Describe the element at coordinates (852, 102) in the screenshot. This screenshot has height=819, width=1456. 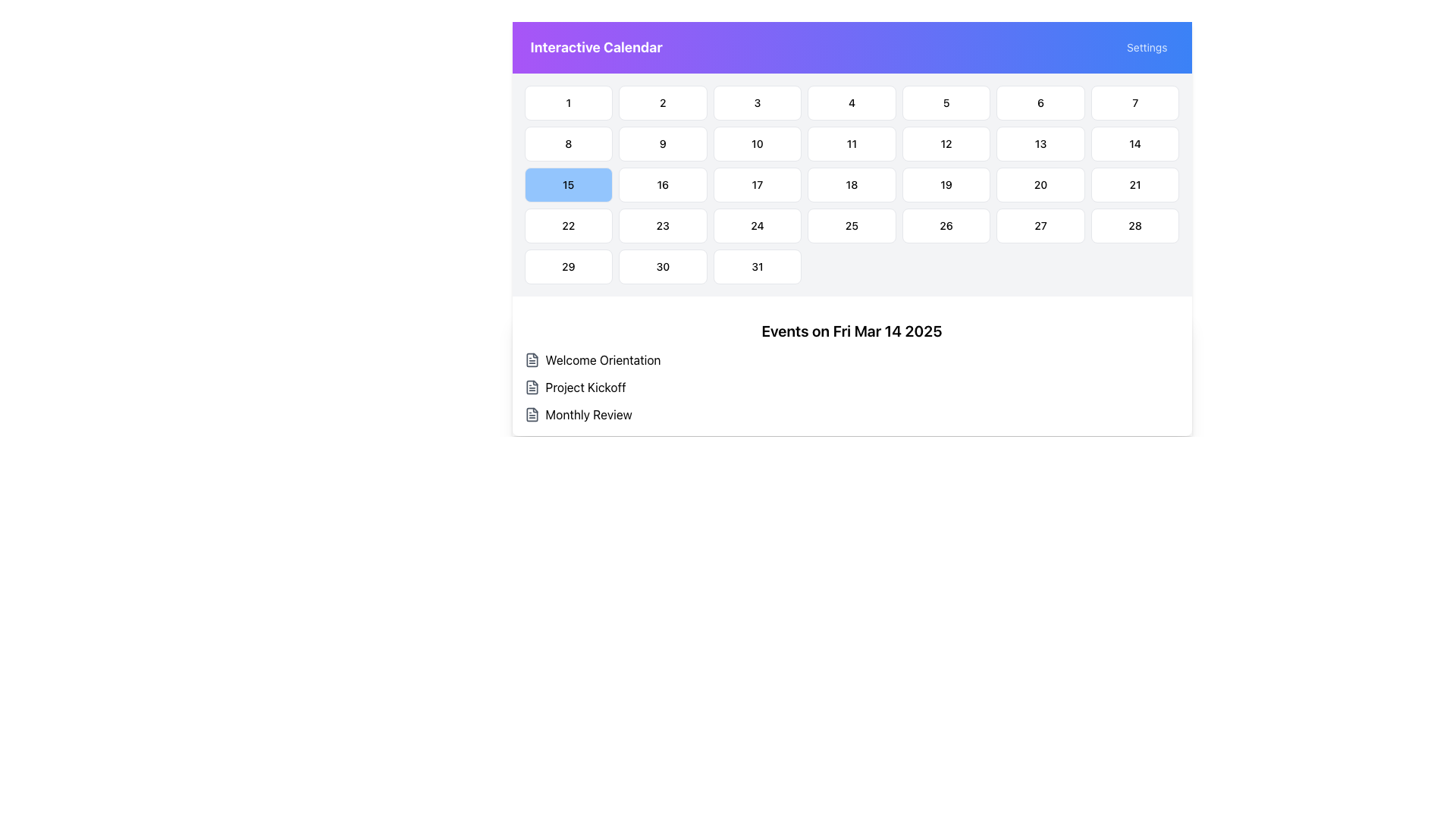
I see `the text label displaying the number '4'` at that location.